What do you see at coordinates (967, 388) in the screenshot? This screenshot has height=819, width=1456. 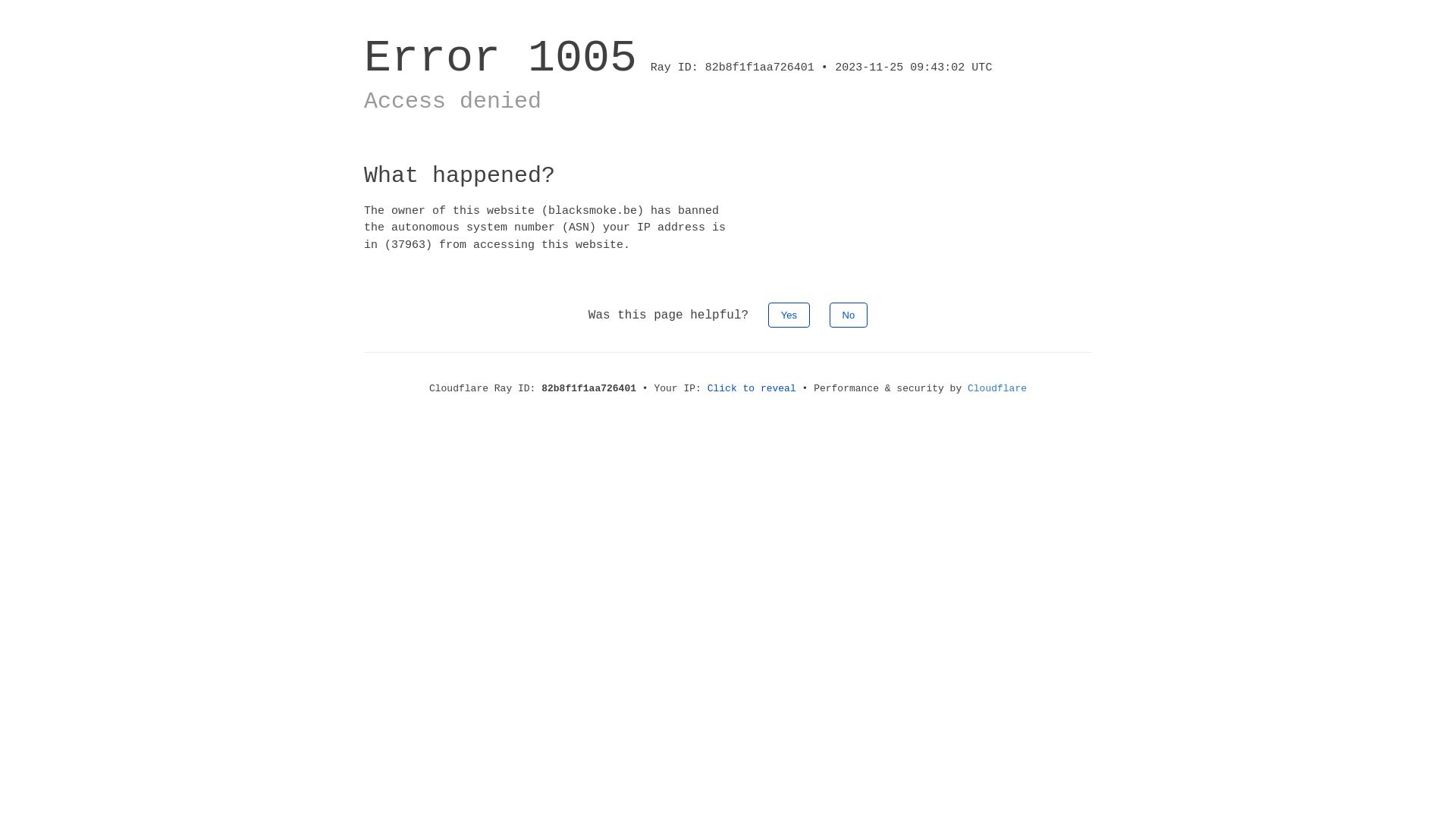 I see `'Cloudflare'` at bounding box center [967, 388].